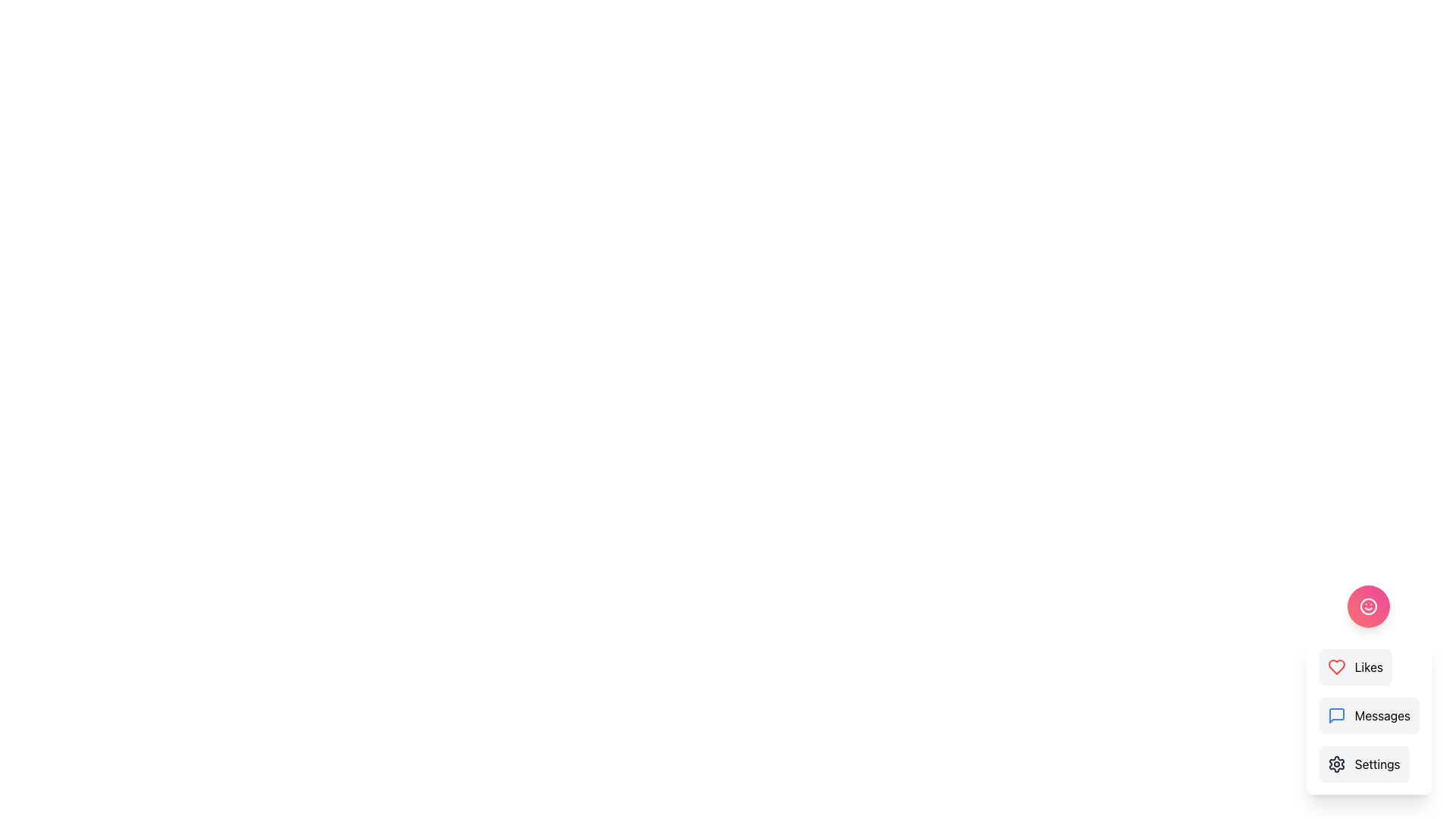  I want to click on 'Messages' text label displayed in a standard sans-serif font on a light gray background, located in the second item of a vertical list of options, positioned between 'Likes' and 'Settings', so click(1382, 716).